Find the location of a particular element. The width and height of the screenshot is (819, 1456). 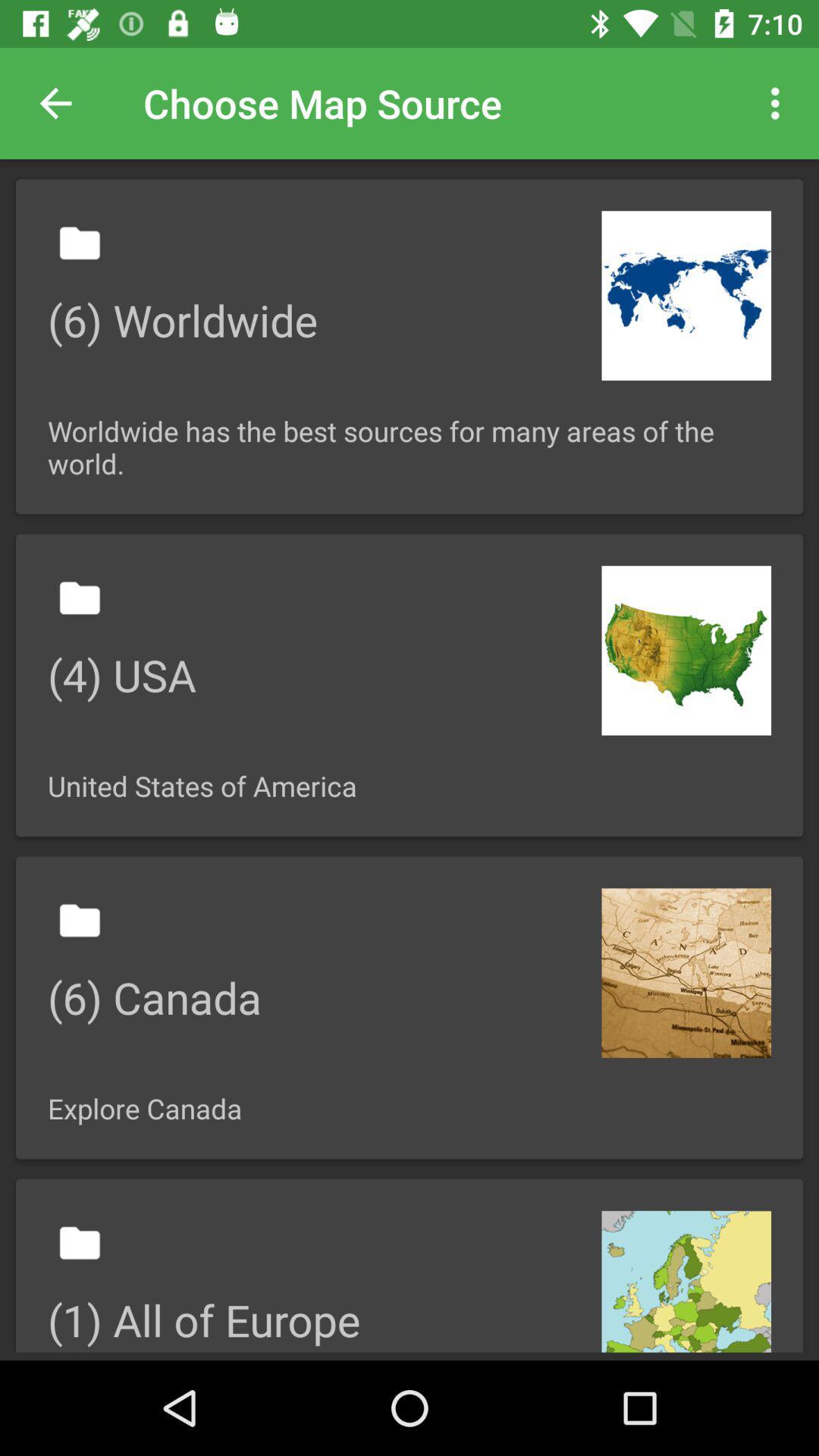

the third option is located at coordinates (409, 1008).